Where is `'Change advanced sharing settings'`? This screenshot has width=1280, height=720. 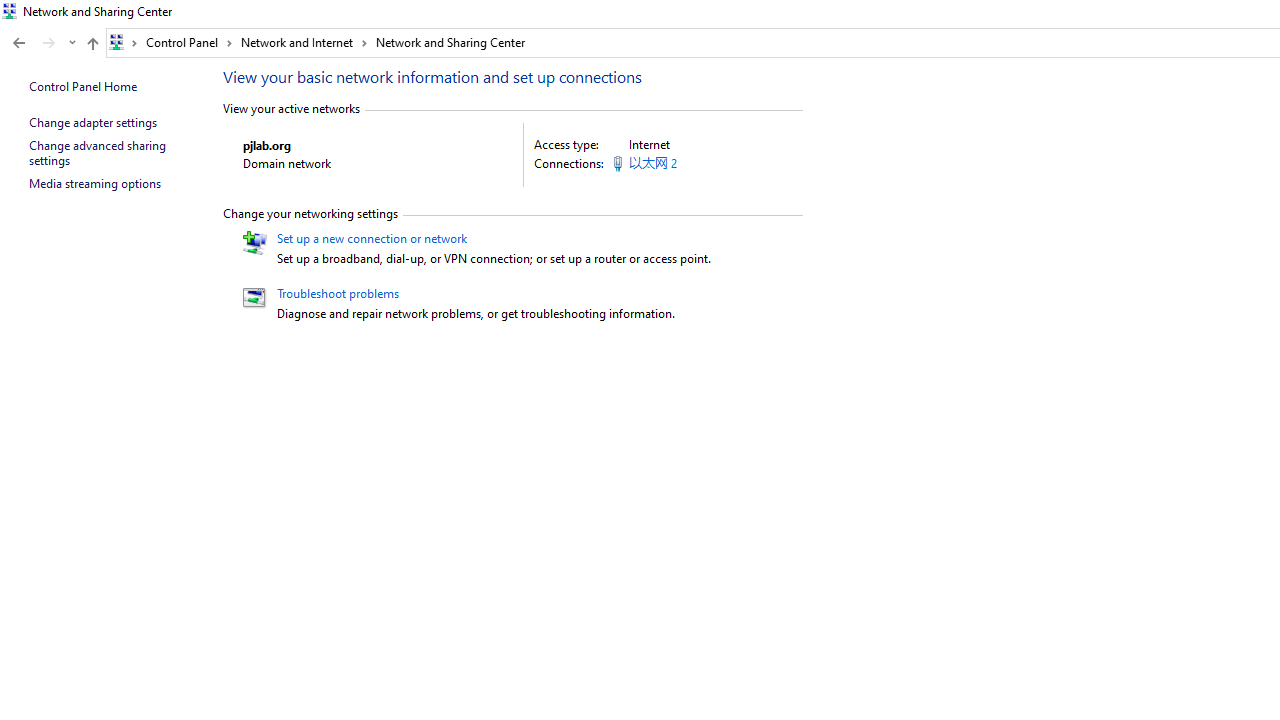
'Change advanced sharing settings' is located at coordinates (98, 152).